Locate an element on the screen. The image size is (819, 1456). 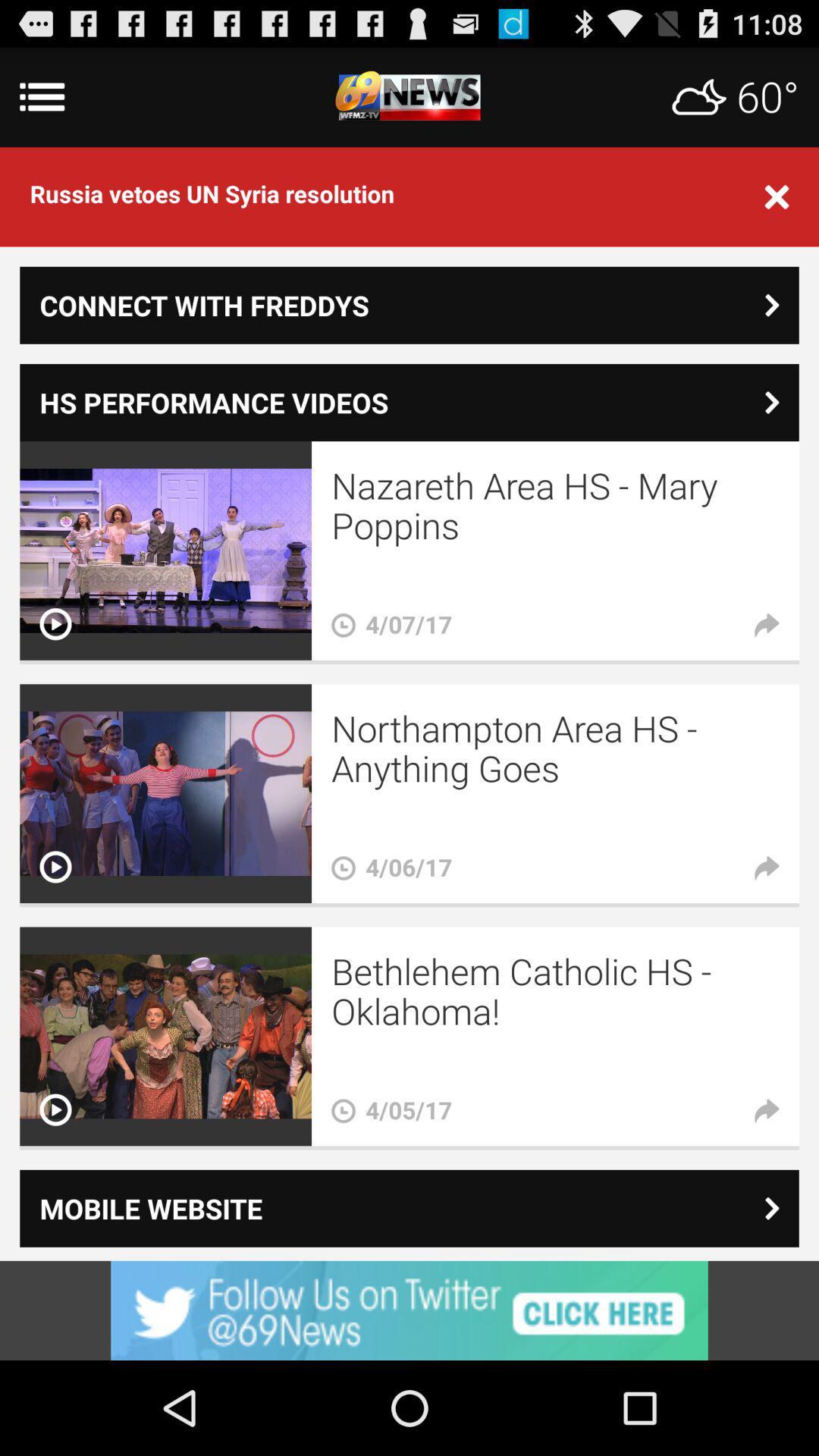
home page is located at coordinates (409, 96).